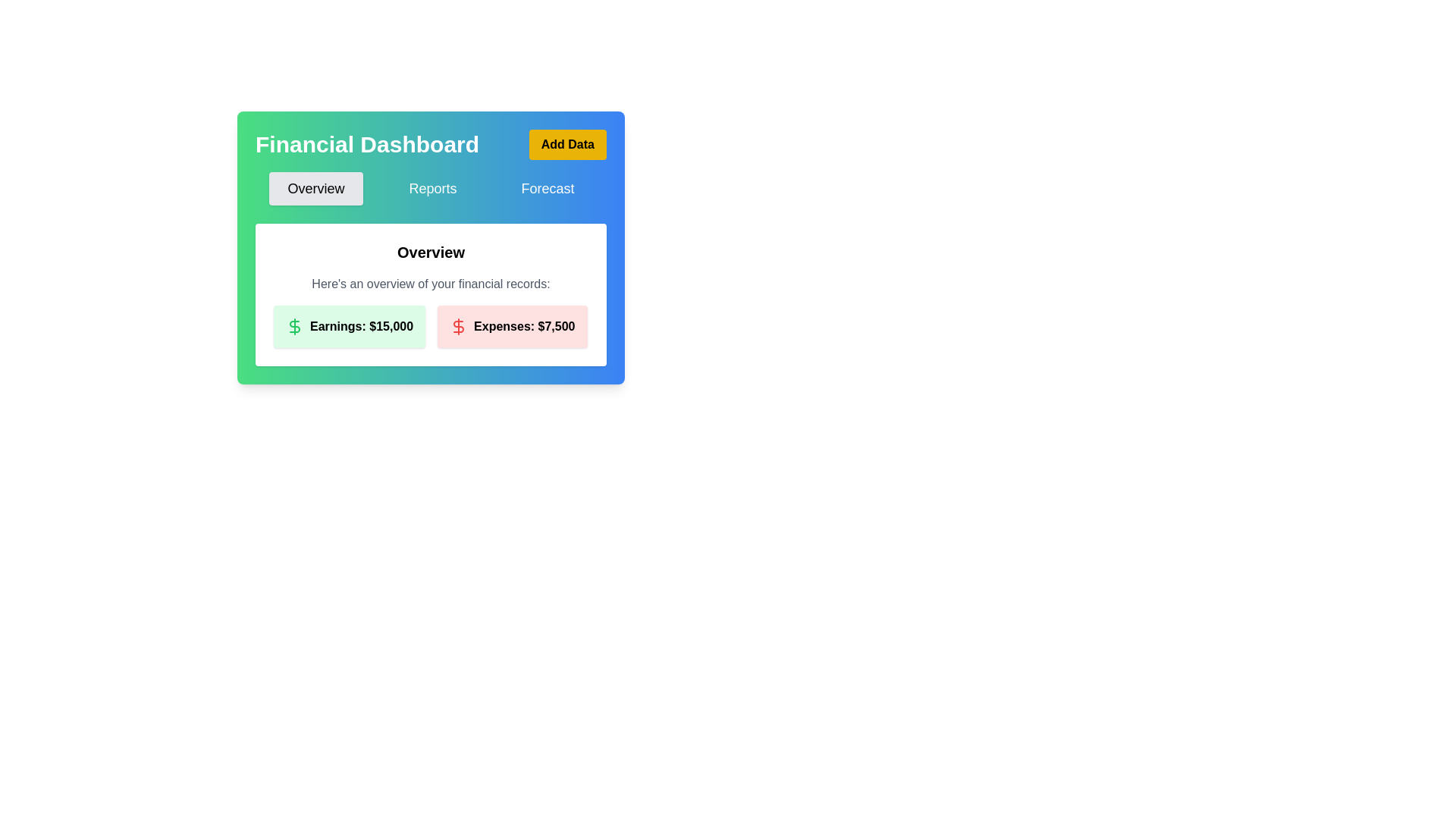 This screenshot has width=1456, height=819. What do you see at coordinates (315, 188) in the screenshot?
I see `the 'Overview' button` at bounding box center [315, 188].